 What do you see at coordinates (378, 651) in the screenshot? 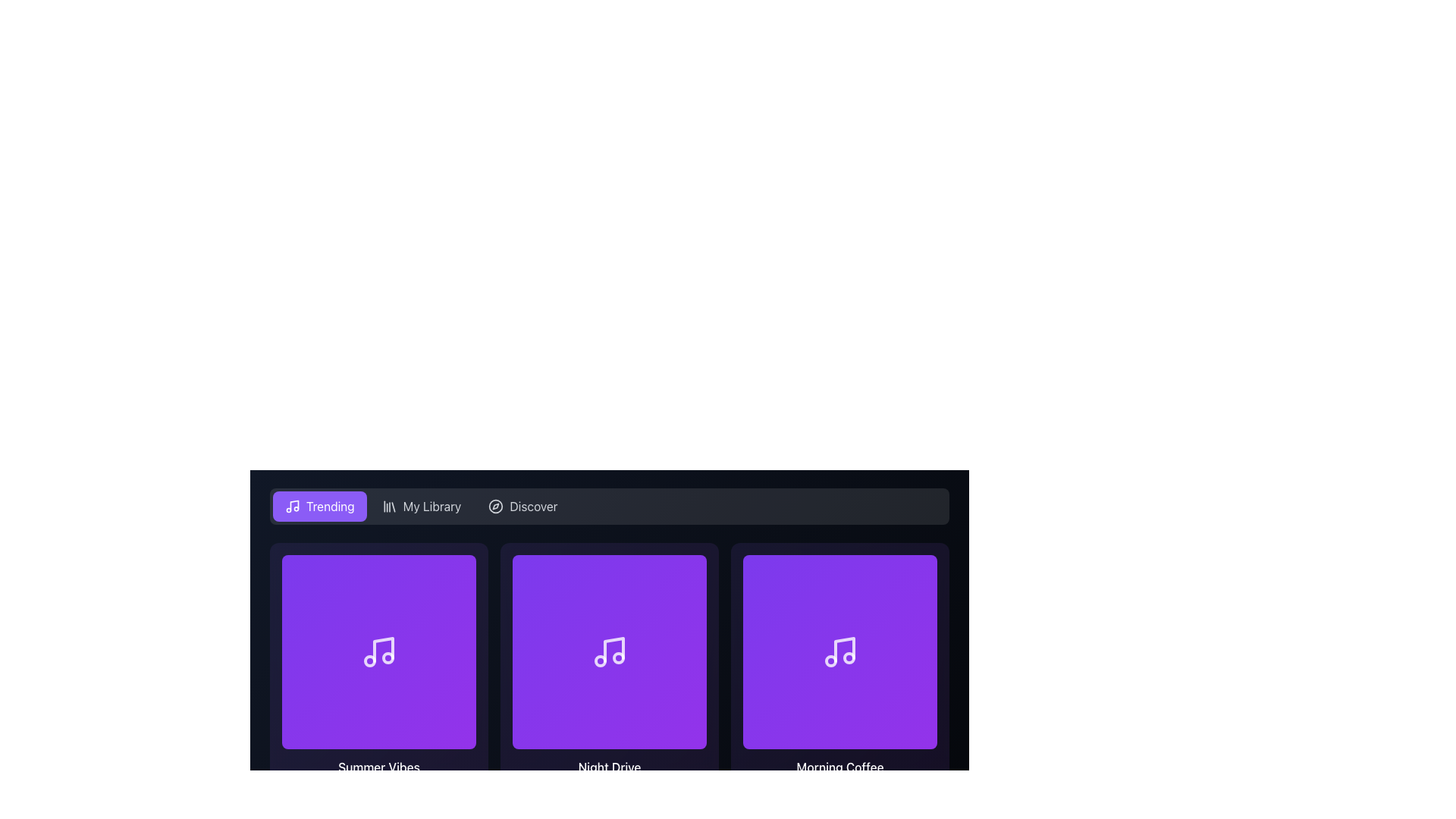
I see `the music note icon with a purple background located in the first card of the 'Trending' section` at bounding box center [378, 651].